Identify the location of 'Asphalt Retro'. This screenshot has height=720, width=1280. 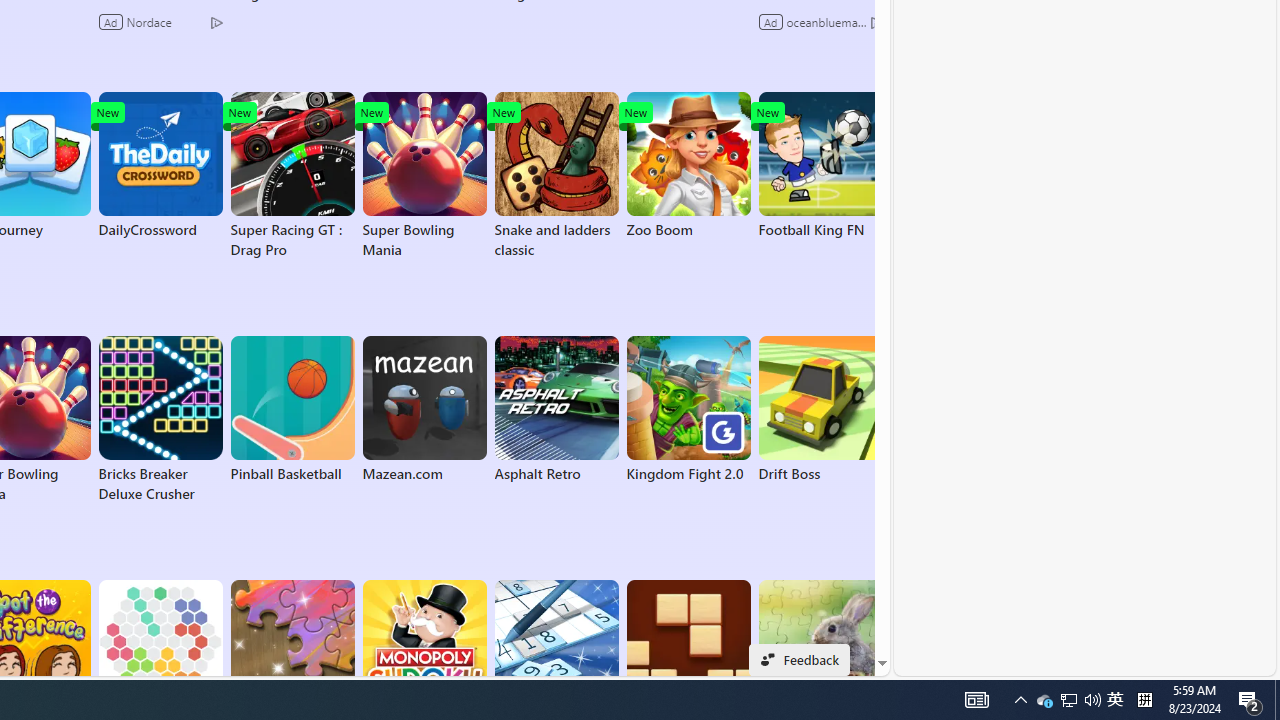
(556, 409).